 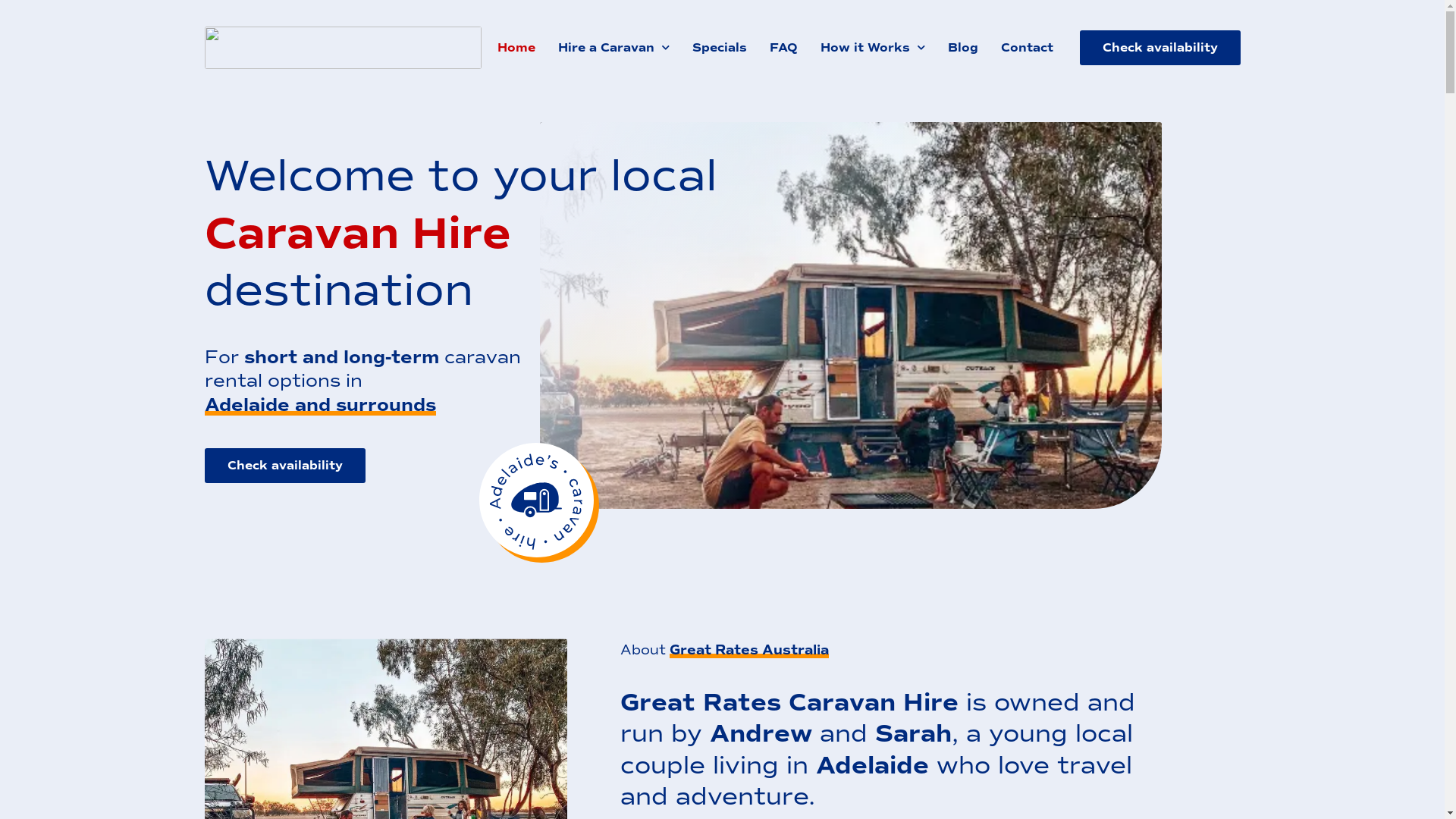 I want to click on 'Blog', so click(x=961, y=46).